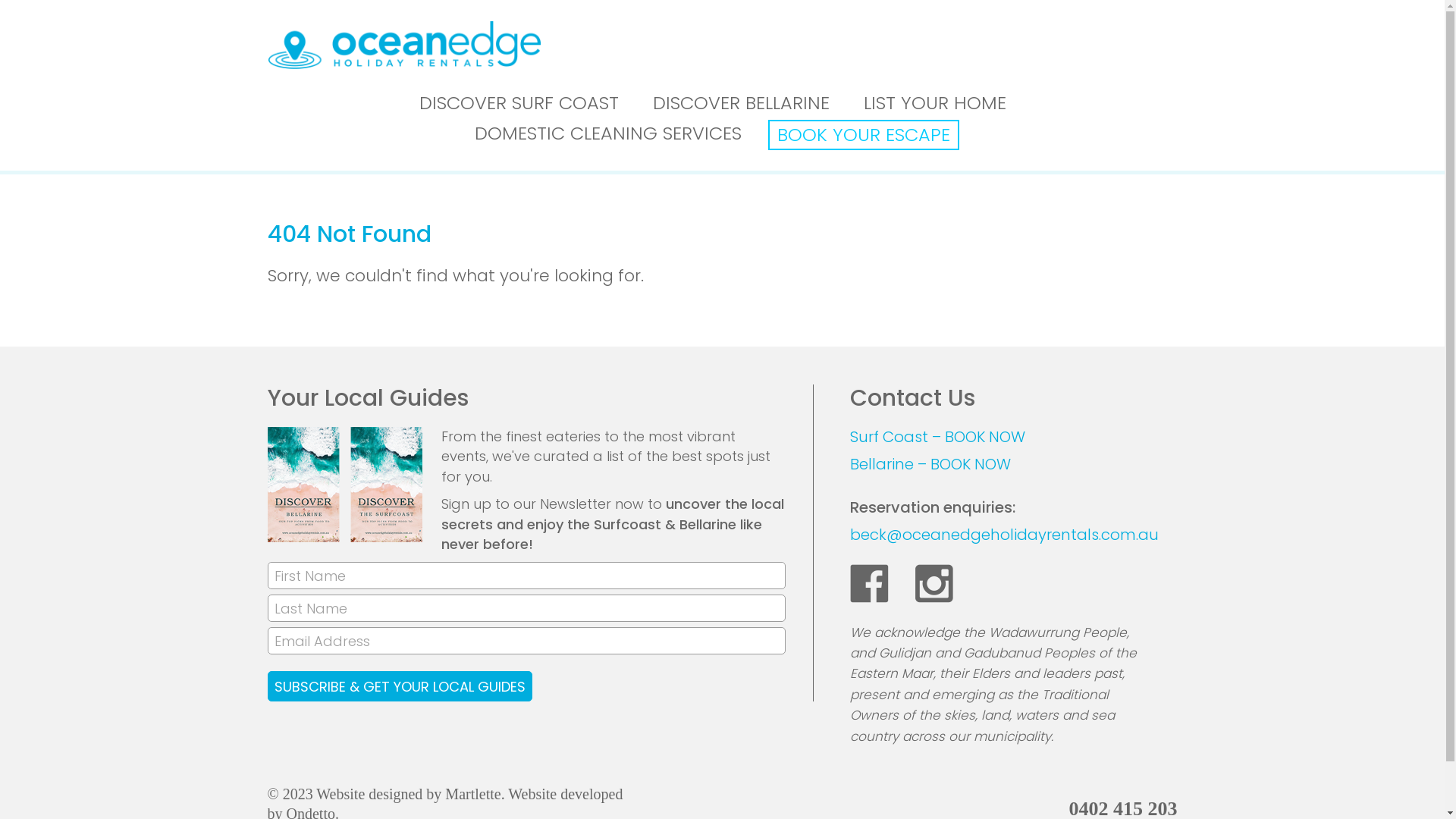 This screenshot has height=819, width=1456. What do you see at coordinates (645, 104) in the screenshot?
I see `'DISCOVER BELLARINE'` at bounding box center [645, 104].